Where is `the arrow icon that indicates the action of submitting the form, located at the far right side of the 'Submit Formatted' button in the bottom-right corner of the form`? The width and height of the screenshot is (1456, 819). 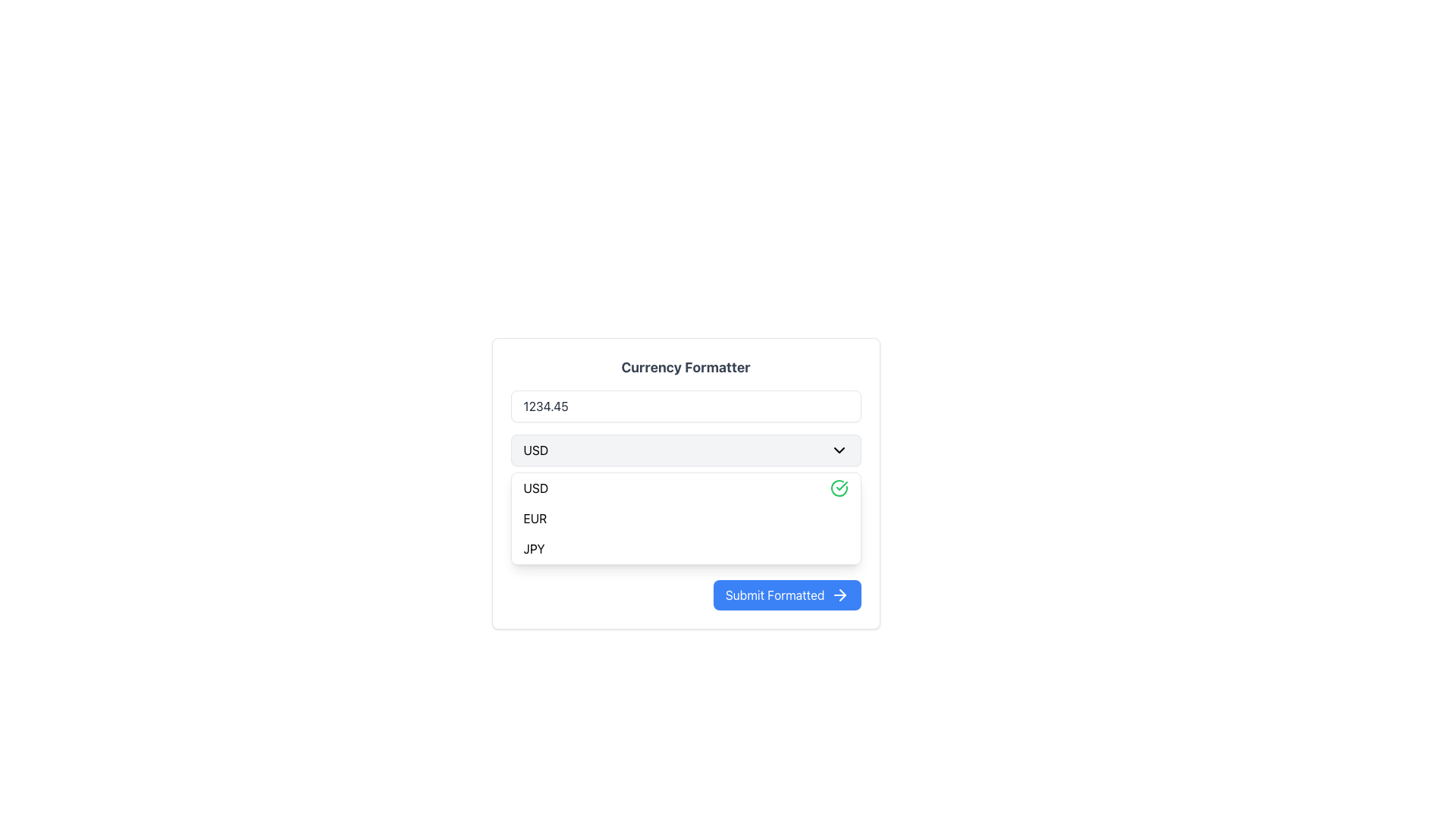 the arrow icon that indicates the action of submitting the form, located at the far right side of the 'Submit Formatted' button in the bottom-right corner of the form is located at coordinates (839, 595).